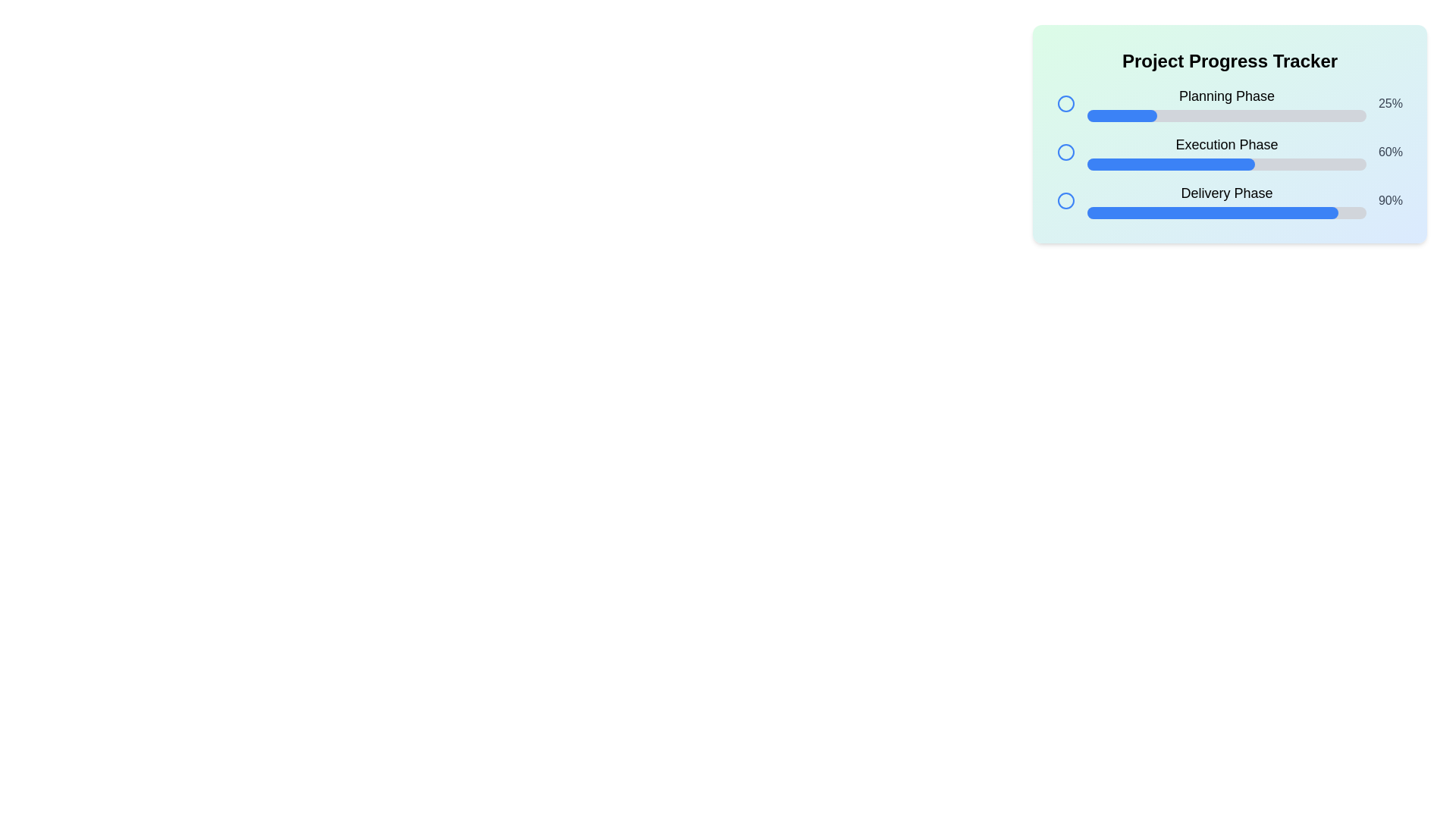 The width and height of the screenshot is (1456, 819). What do you see at coordinates (1390, 103) in the screenshot?
I see `static text label indicating the completion percentage of the 'Planning Phase', located at the far right of the progress bar` at bounding box center [1390, 103].